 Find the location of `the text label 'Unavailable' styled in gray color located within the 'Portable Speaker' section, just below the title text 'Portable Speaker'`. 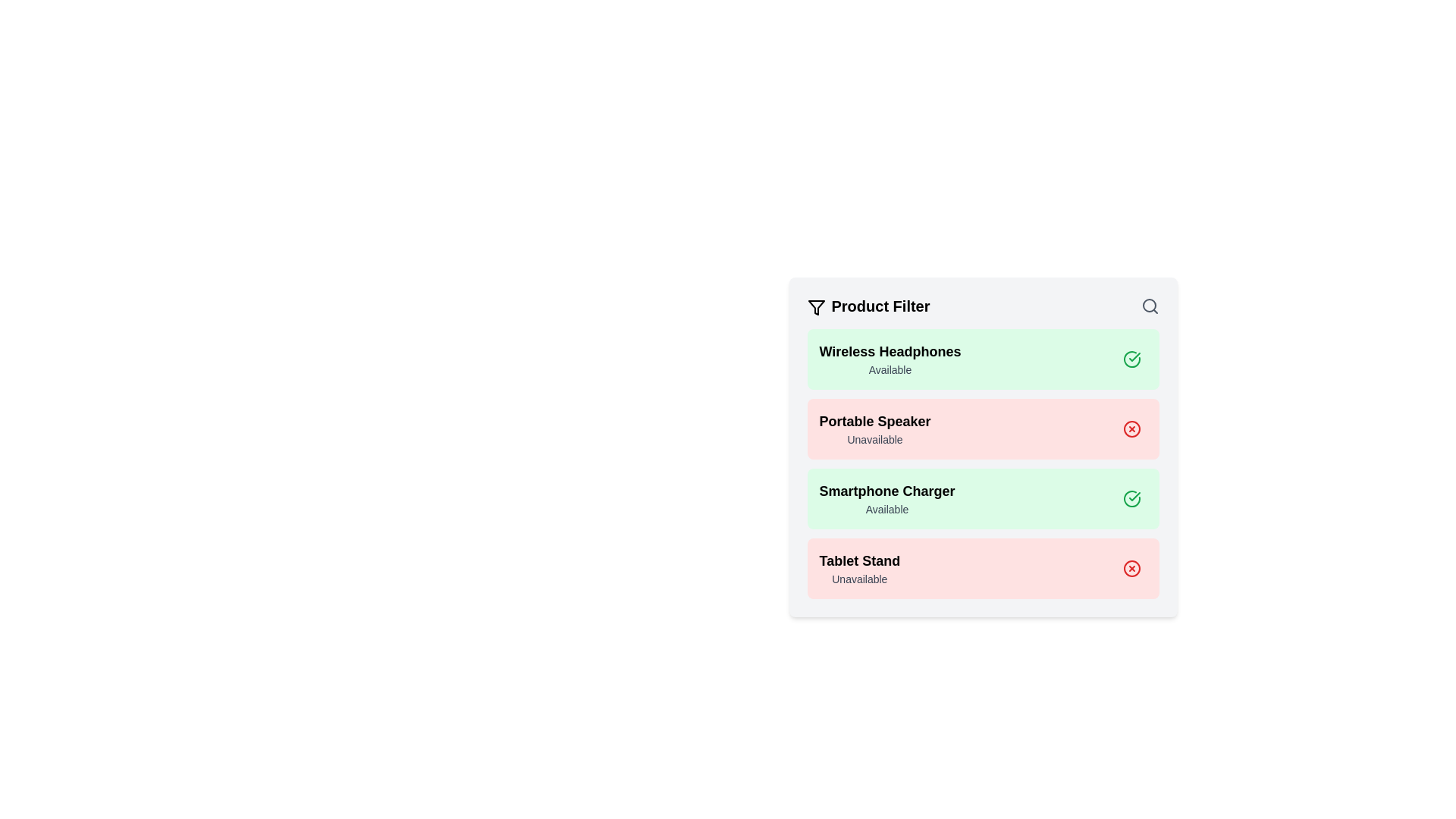

the text label 'Unavailable' styled in gray color located within the 'Portable Speaker' section, just below the title text 'Portable Speaker' is located at coordinates (875, 439).